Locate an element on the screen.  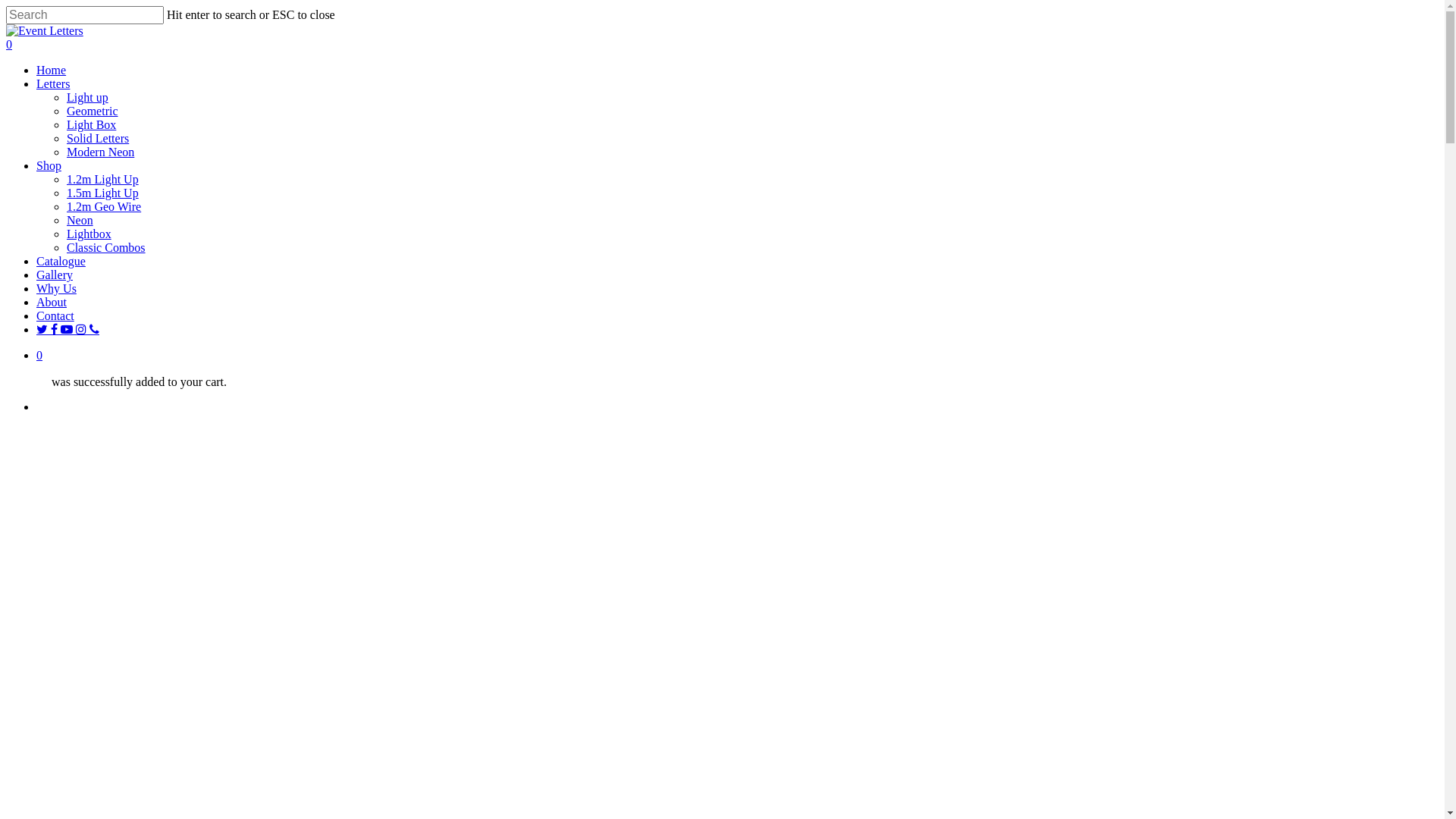
'twitter' is located at coordinates (43, 328).